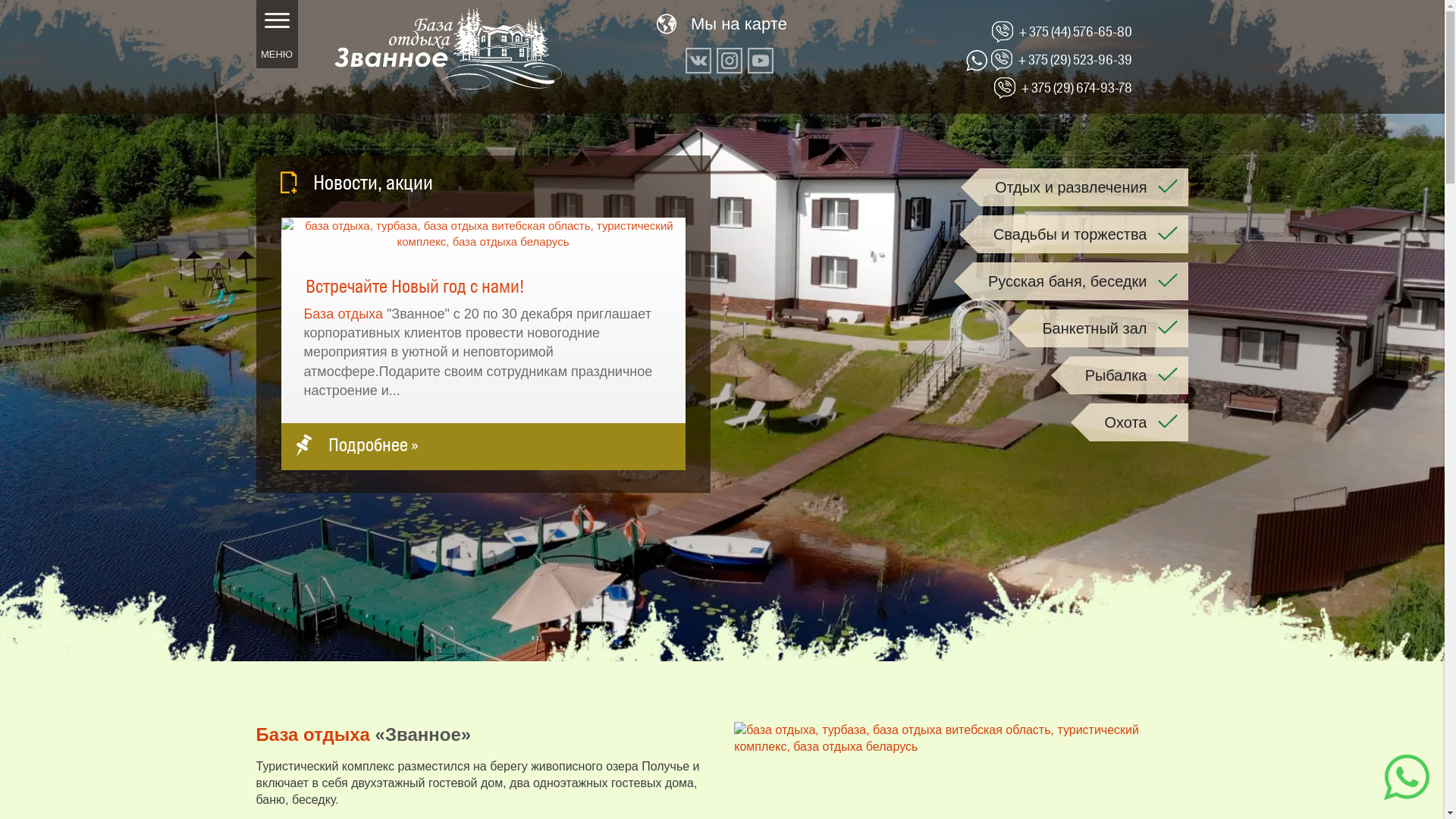 The image size is (1456, 819). Describe the element at coordinates (1074, 58) in the screenshot. I see `'+ 375 (29) 523-96-39'` at that location.